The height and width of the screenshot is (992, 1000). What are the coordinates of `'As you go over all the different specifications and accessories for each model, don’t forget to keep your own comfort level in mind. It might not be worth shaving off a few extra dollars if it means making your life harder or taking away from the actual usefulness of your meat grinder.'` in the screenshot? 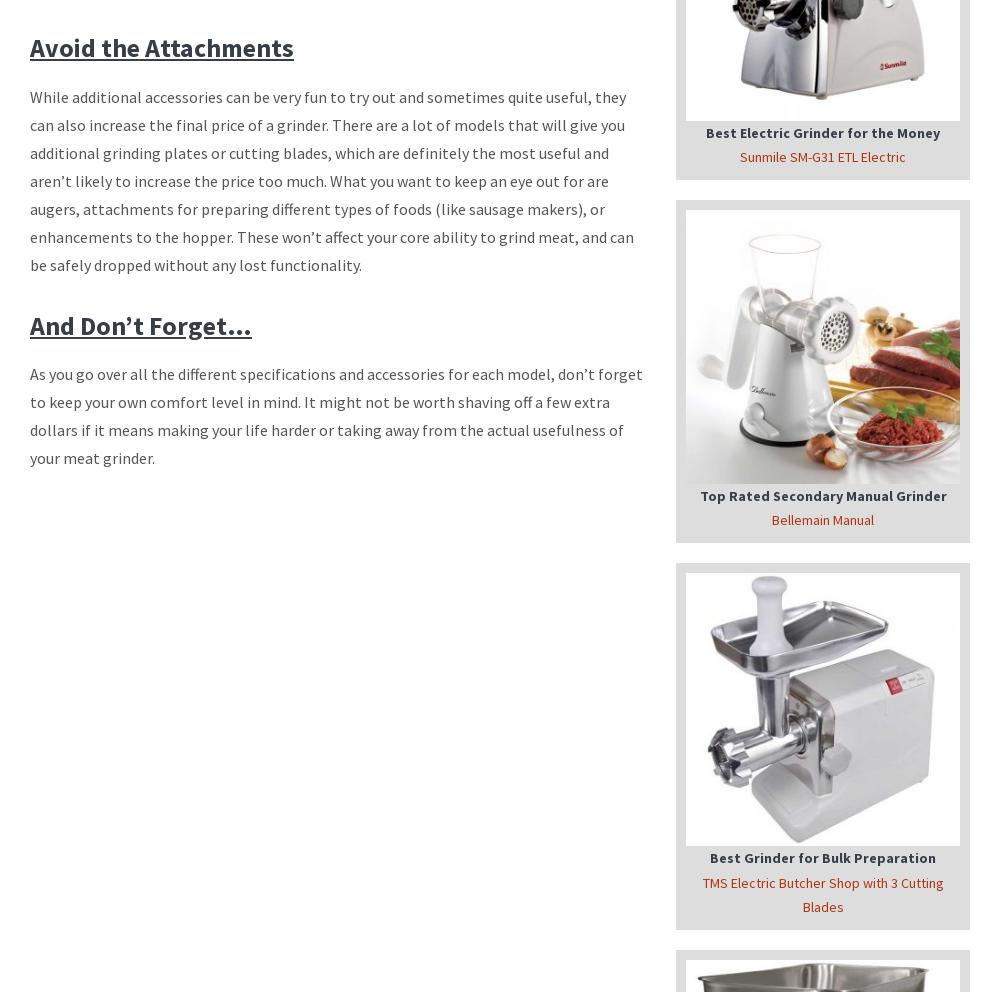 It's located at (335, 415).